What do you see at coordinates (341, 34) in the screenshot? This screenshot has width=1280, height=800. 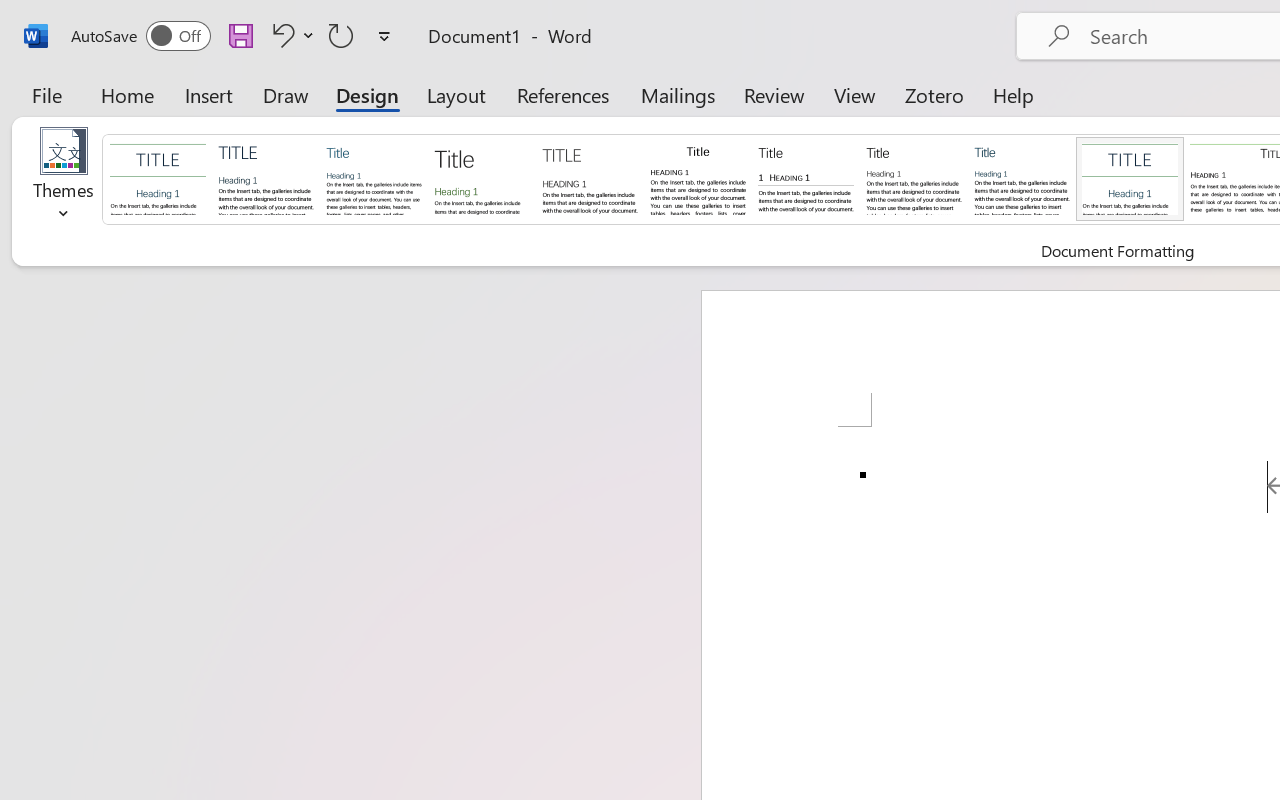 I see `'Repeat Style'` at bounding box center [341, 34].